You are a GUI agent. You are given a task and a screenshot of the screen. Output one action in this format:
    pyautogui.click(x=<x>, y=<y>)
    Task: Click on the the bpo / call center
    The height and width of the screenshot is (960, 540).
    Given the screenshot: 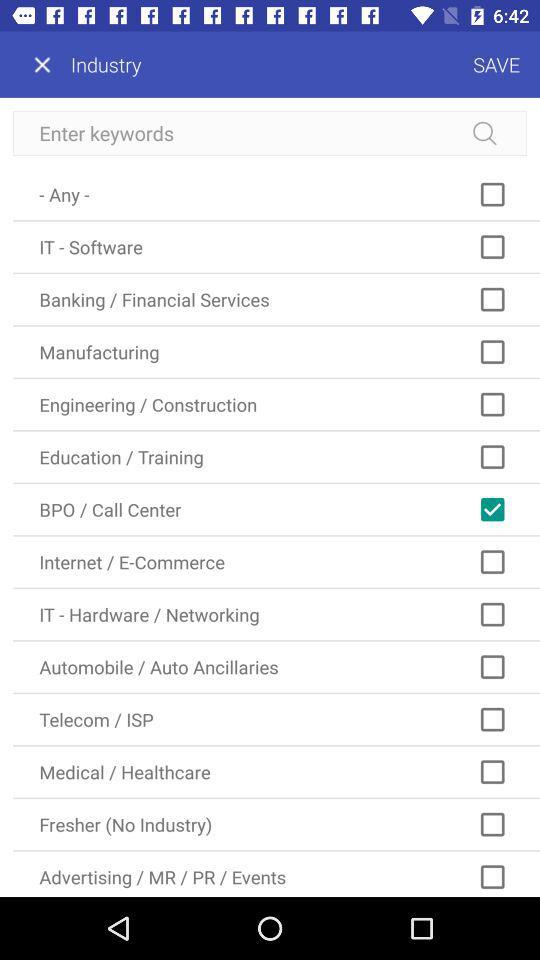 What is the action you would take?
    pyautogui.click(x=275, y=508)
    